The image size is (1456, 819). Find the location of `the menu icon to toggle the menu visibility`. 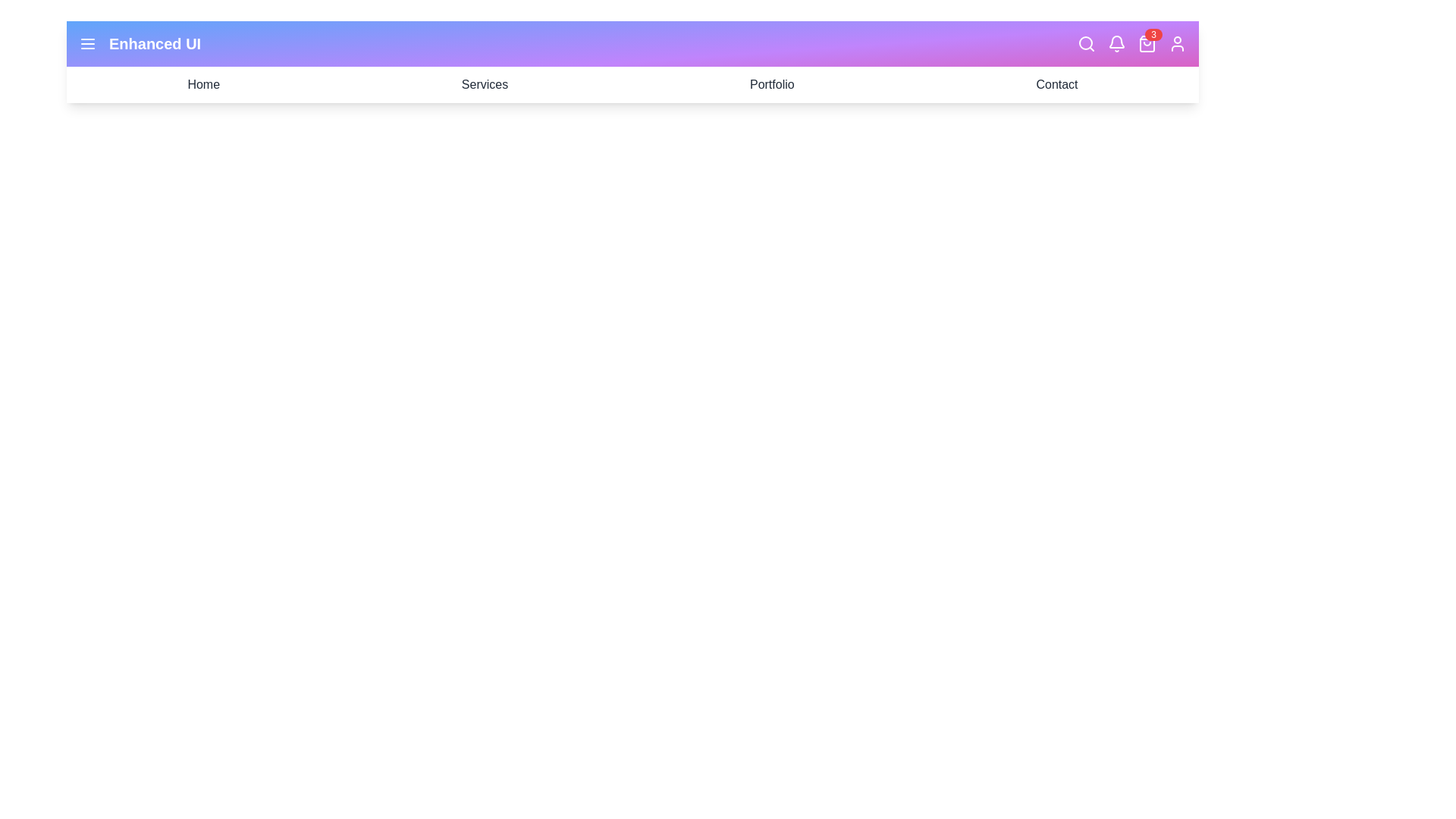

the menu icon to toggle the menu visibility is located at coordinates (86, 42).